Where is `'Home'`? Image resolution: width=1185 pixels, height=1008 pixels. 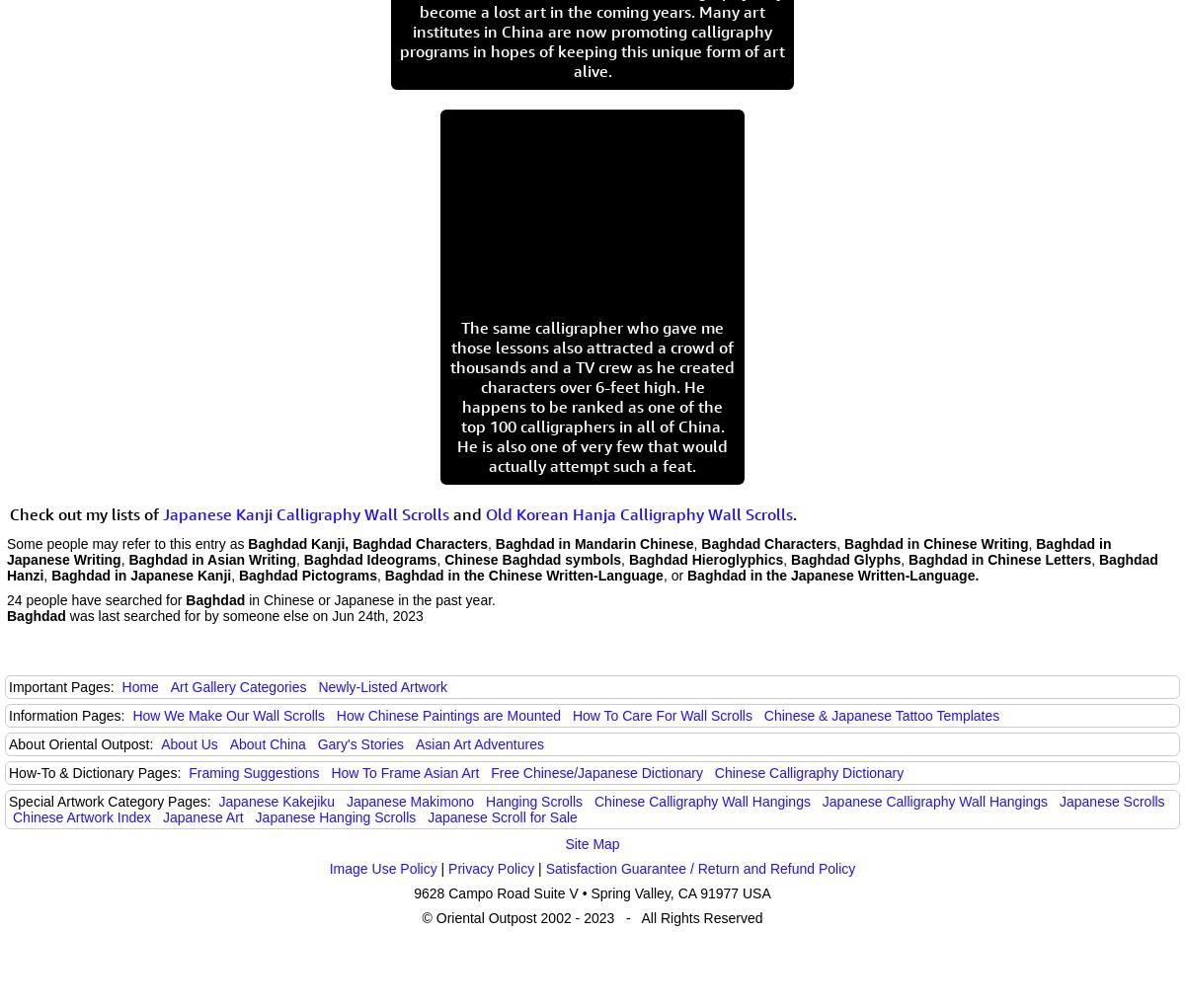
'Home' is located at coordinates (120, 687).